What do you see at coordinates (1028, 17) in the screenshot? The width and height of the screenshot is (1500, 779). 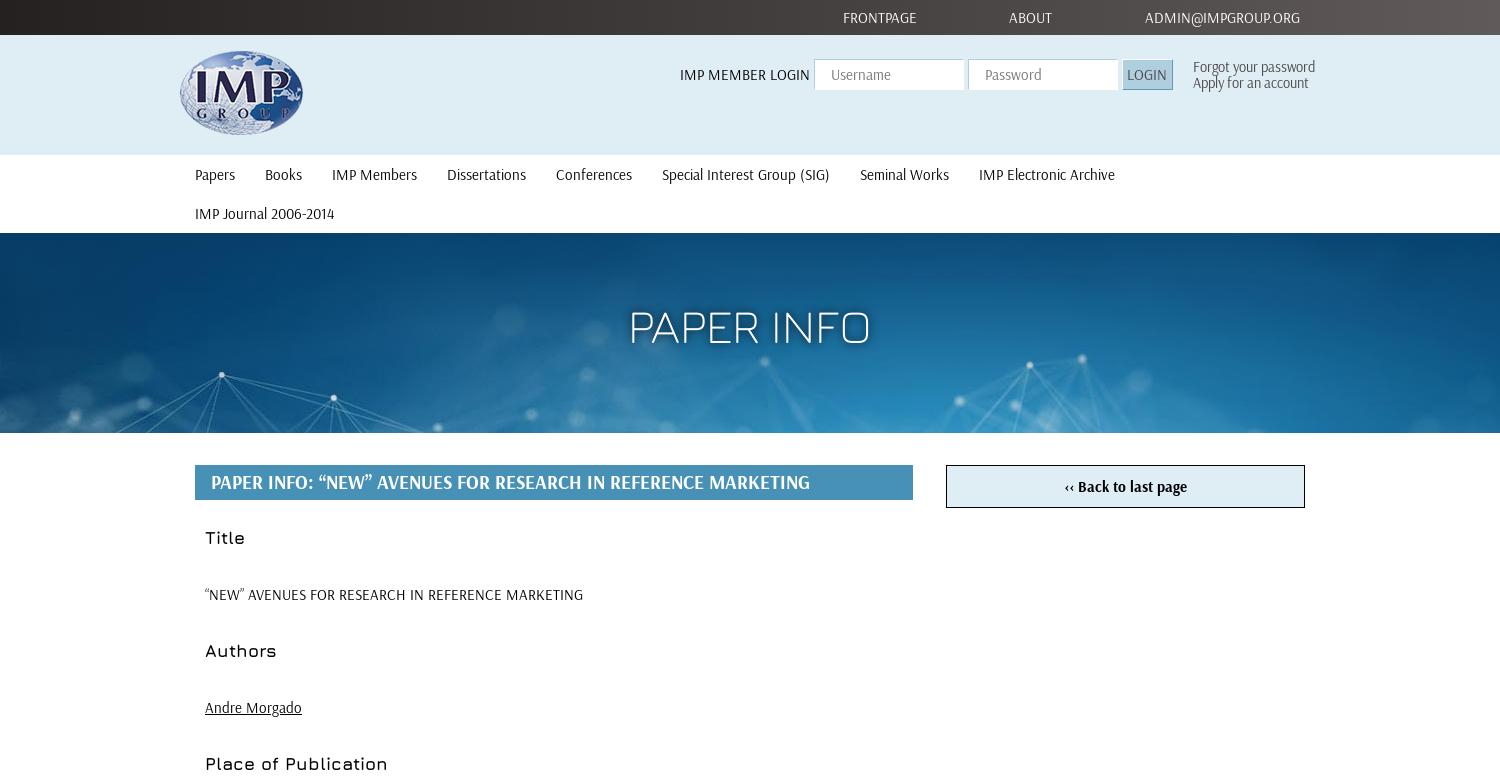 I see `'About'` at bounding box center [1028, 17].